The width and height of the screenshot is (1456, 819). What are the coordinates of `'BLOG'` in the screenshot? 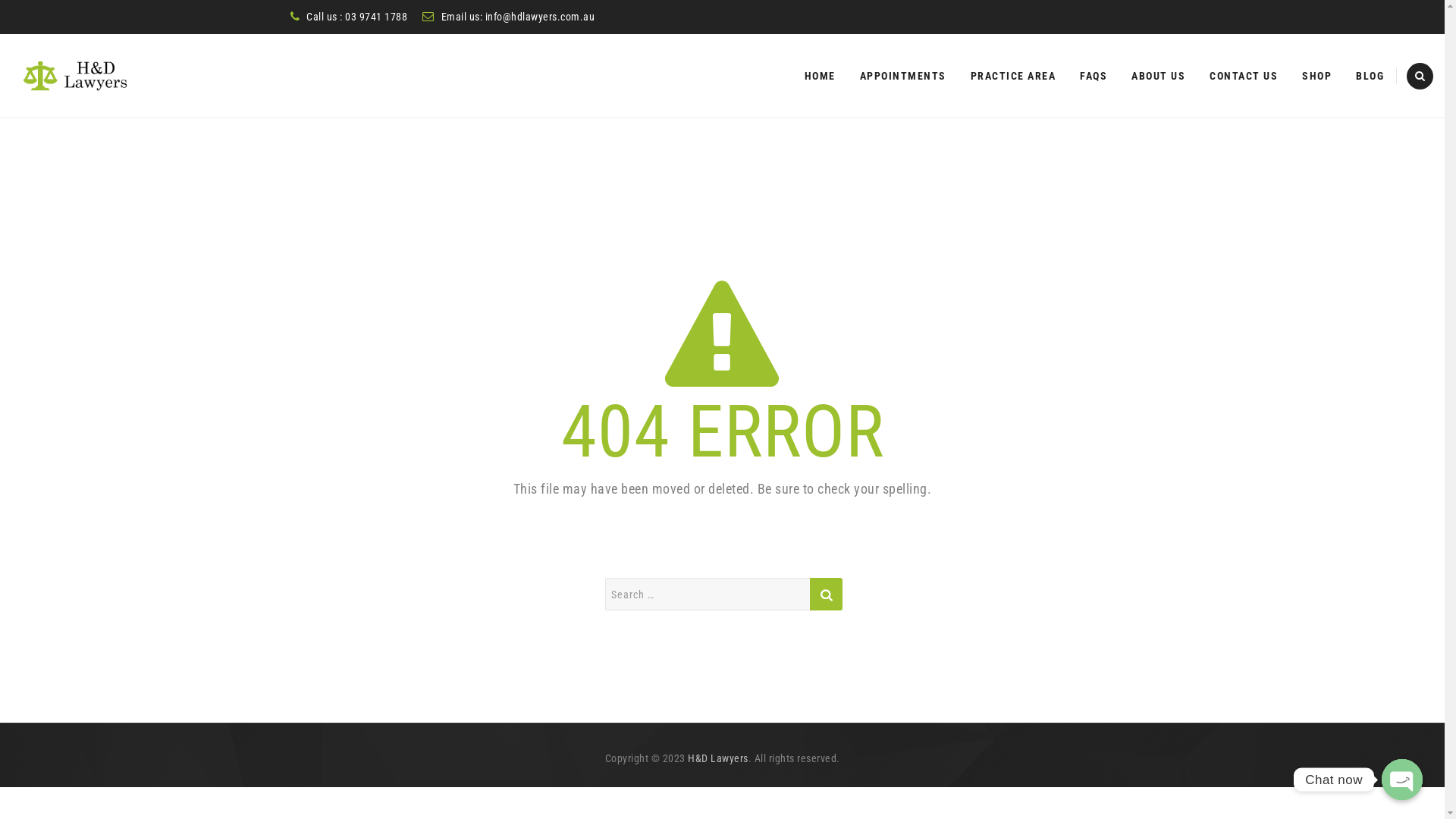 It's located at (1370, 76).